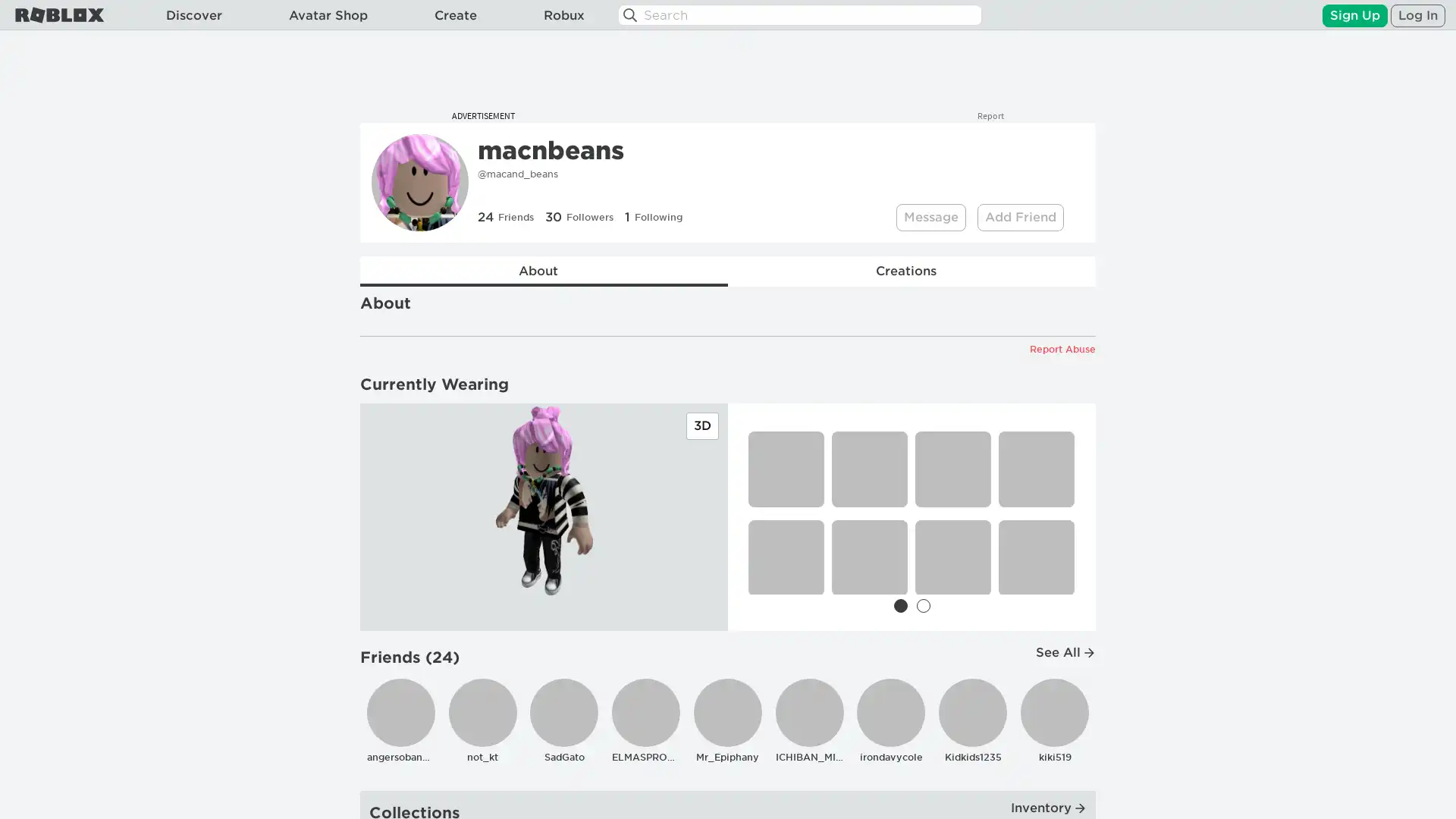  I want to click on 3D, so click(701, 426).